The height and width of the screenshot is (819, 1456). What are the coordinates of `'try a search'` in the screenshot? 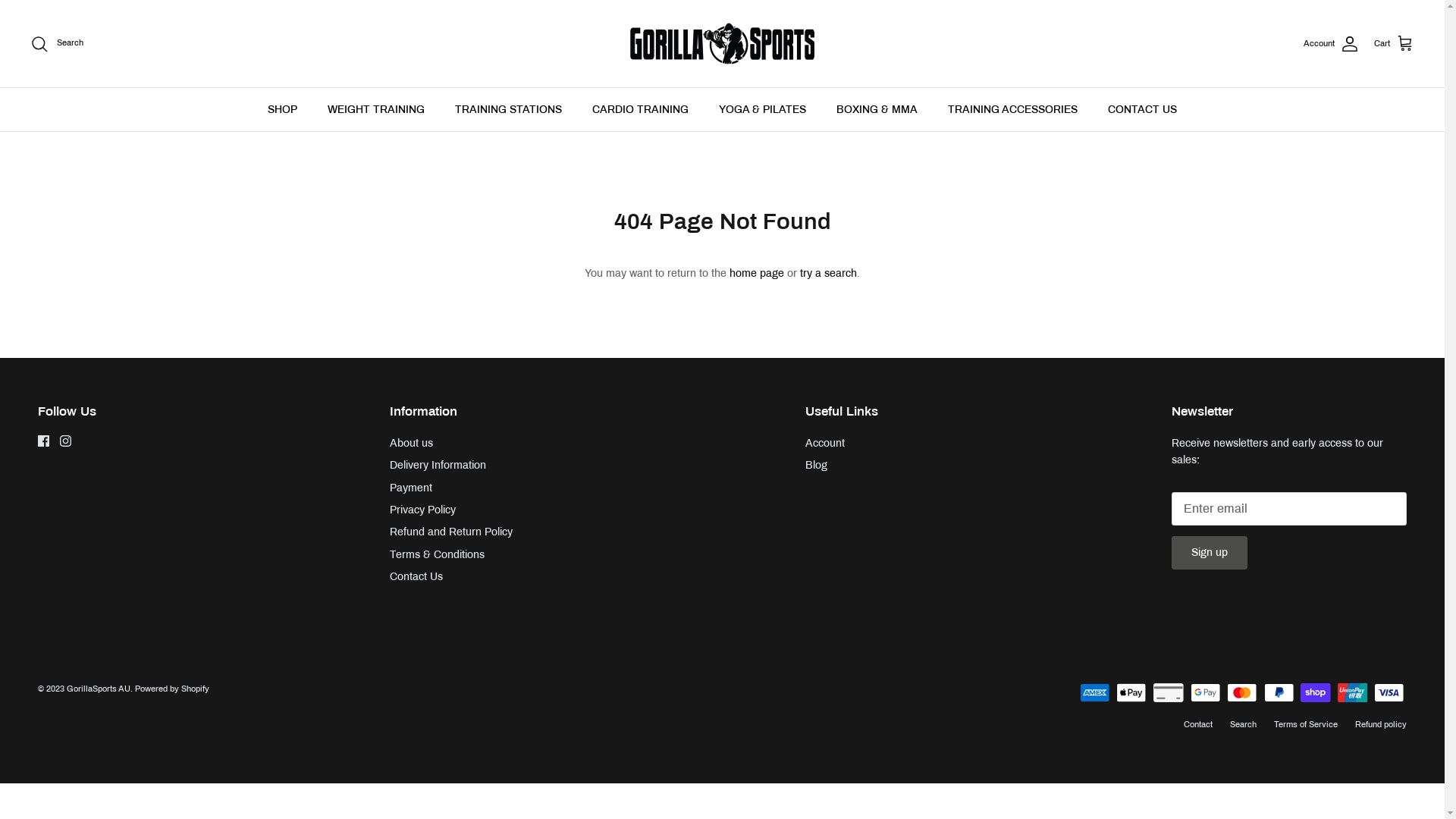 It's located at (799, 273).